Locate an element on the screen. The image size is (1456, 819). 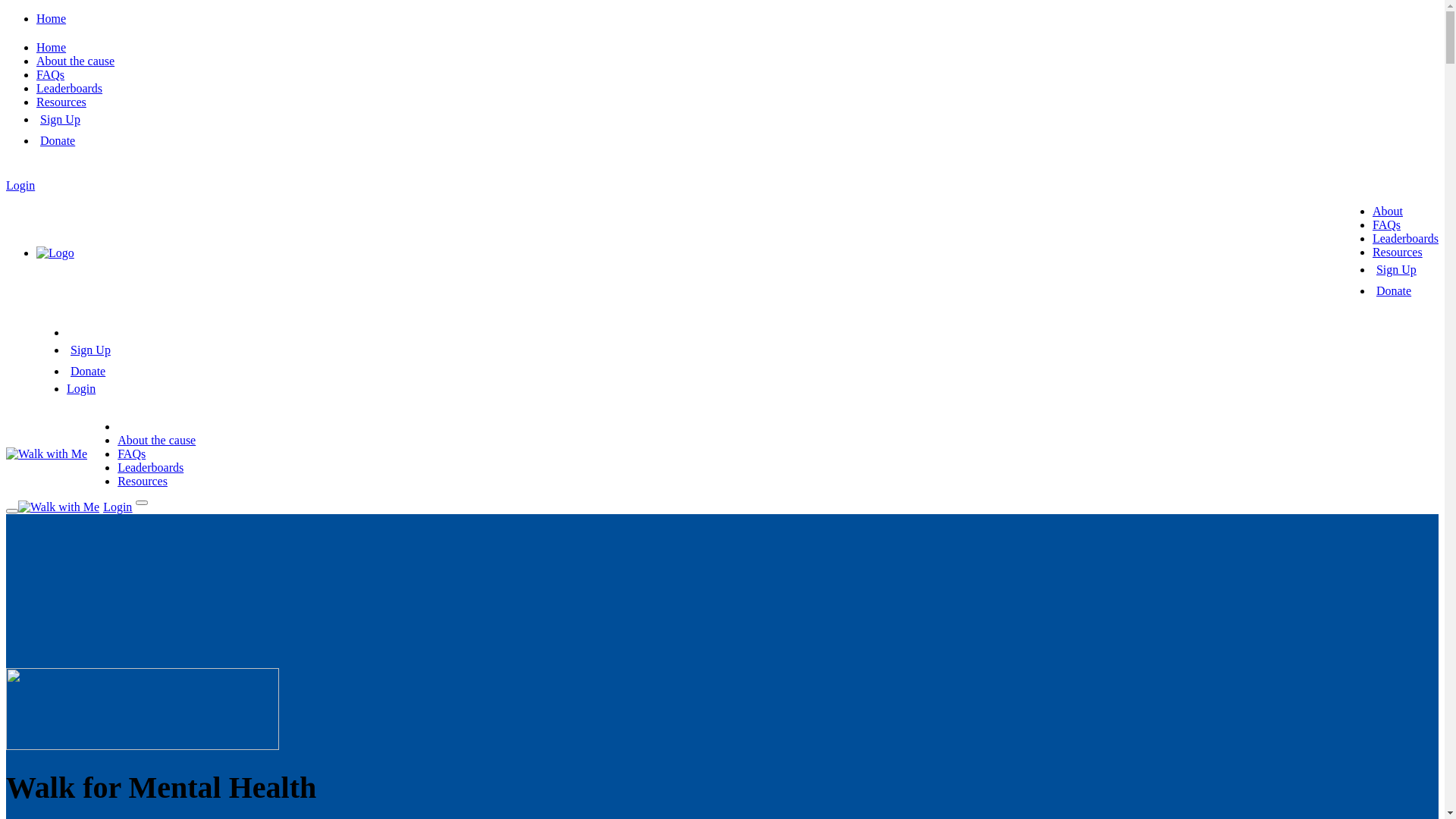
'Logo' is located at coordinates (55, 252).